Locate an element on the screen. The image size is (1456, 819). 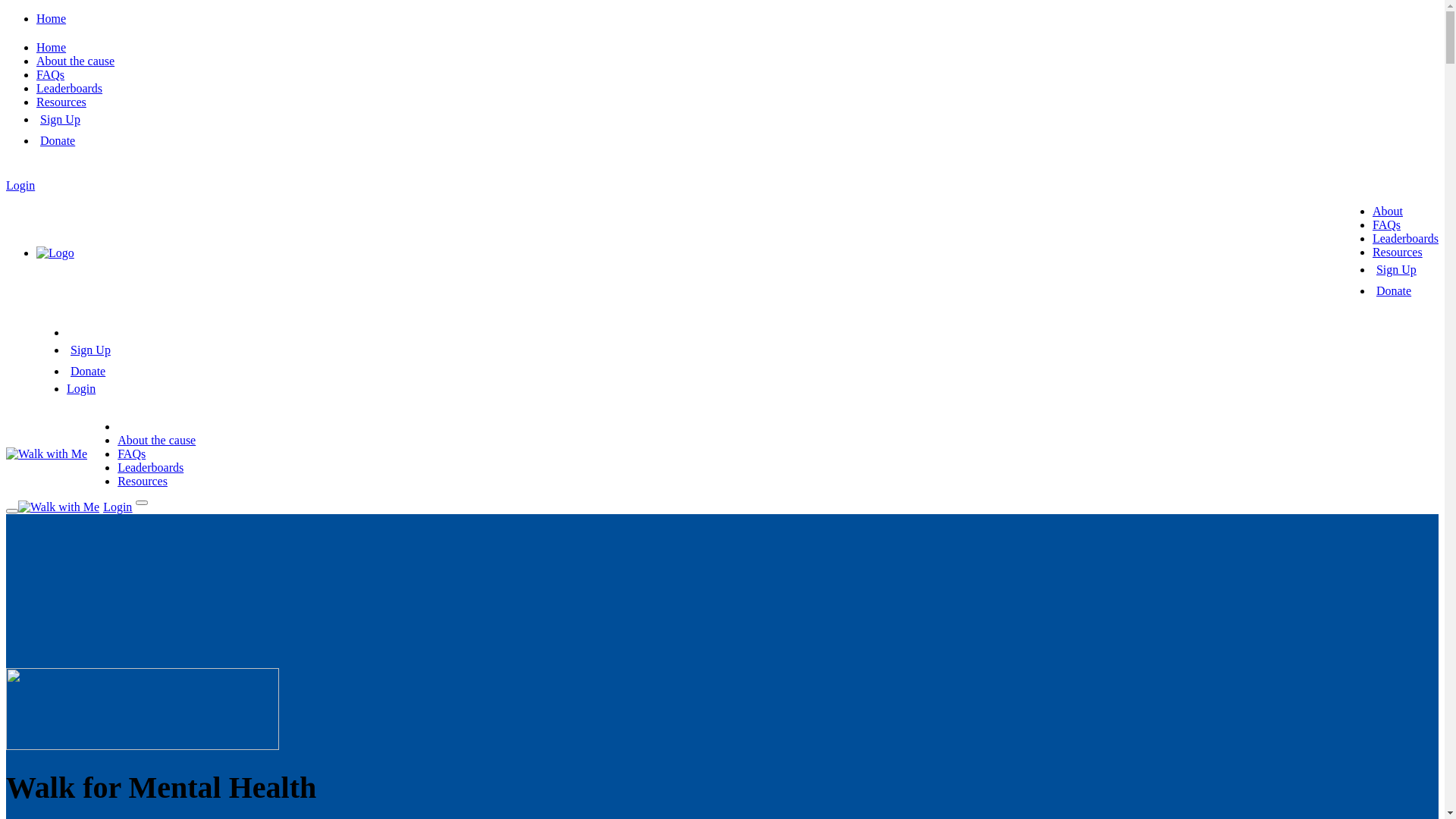
'Logo' is located at coordinates (55, 252).